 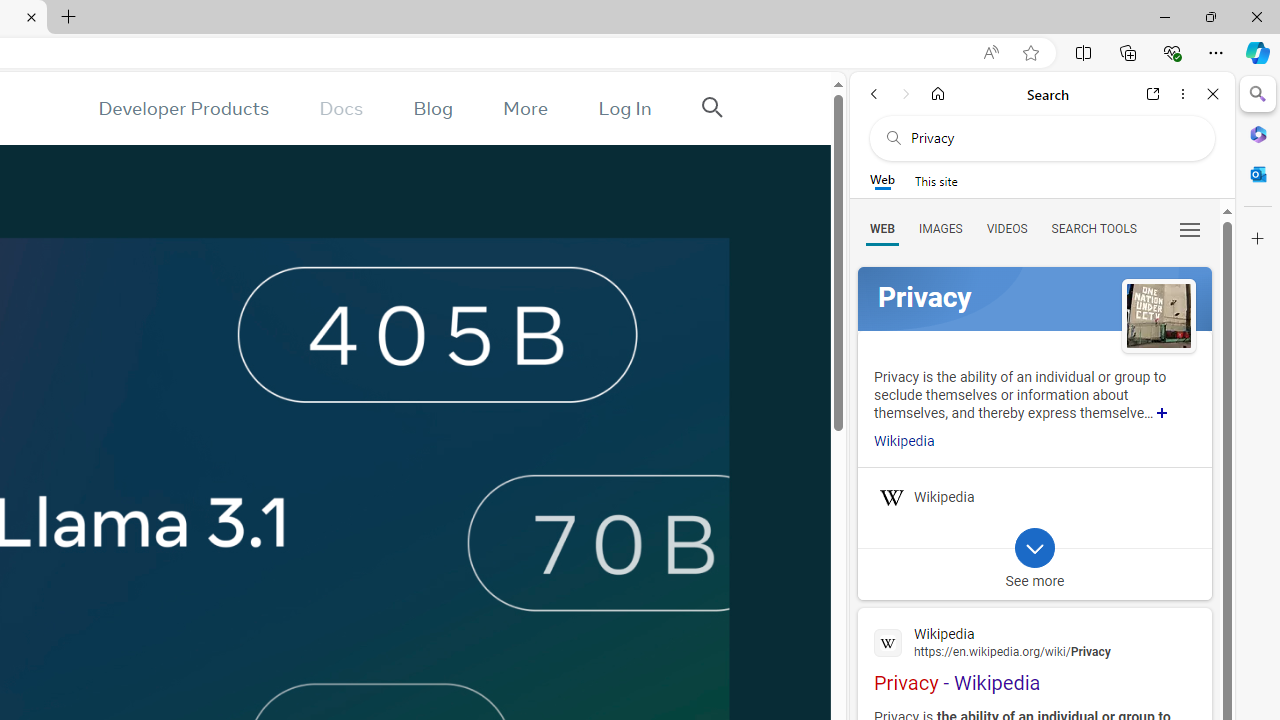 What do you see at coordinates (1051, 137) in the screenshot?
I see `'Search the web'` at bounding box center [1051, 137].